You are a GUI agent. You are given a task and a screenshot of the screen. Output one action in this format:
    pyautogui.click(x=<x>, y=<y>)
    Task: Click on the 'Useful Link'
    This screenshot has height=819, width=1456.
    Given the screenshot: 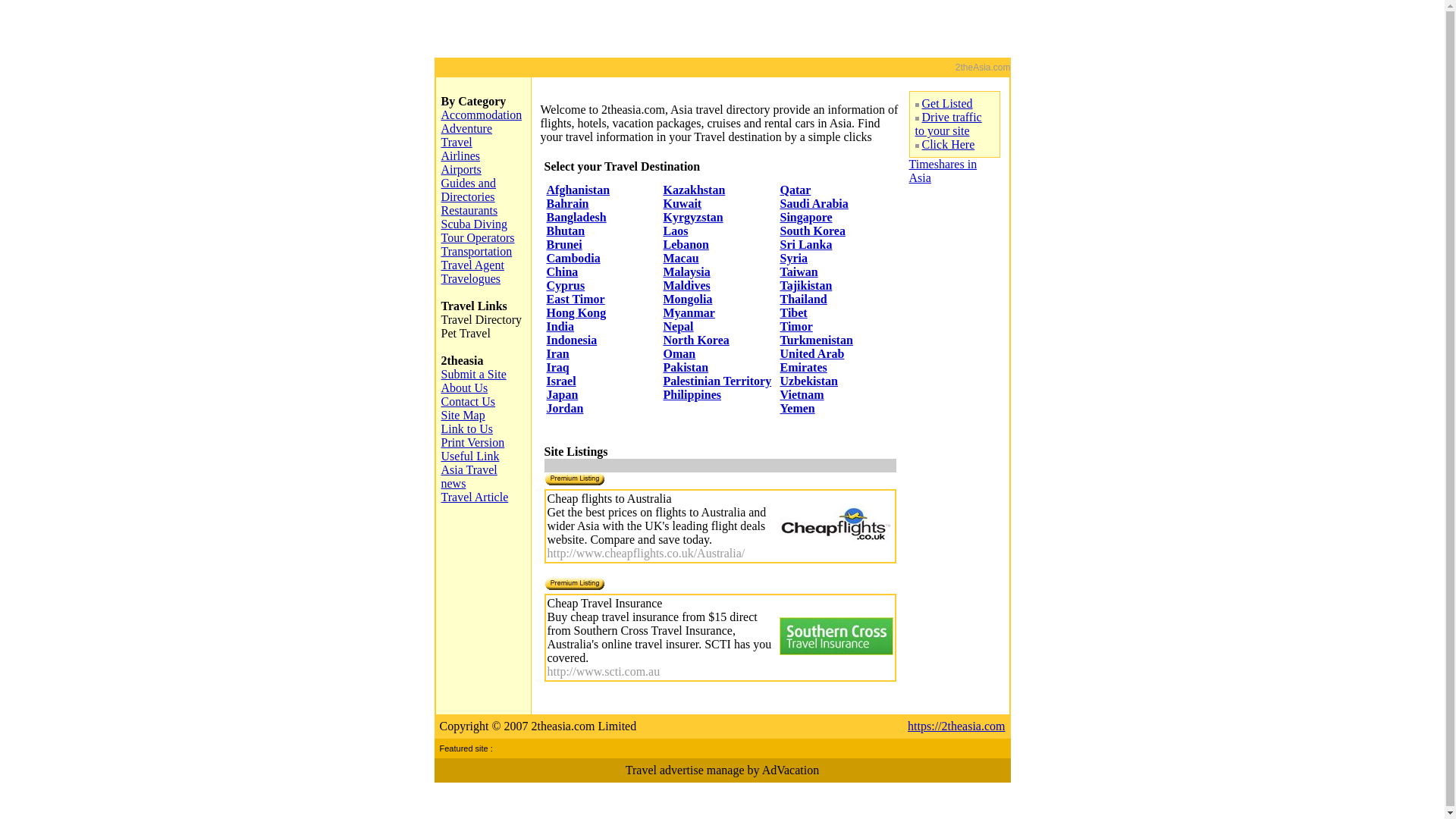 What is the action you would take?
    pyautogui.click(x=469, y=455)
    